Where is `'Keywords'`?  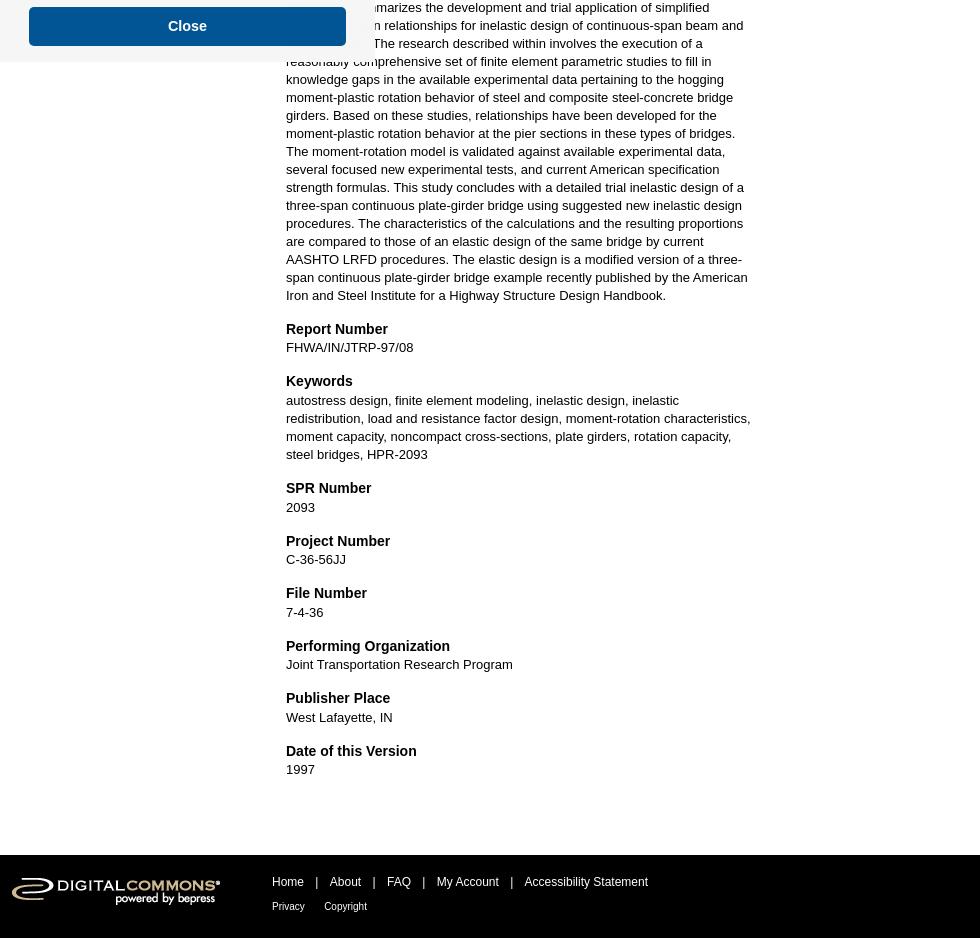
'Keywords' is located at coordinates (318, 380).